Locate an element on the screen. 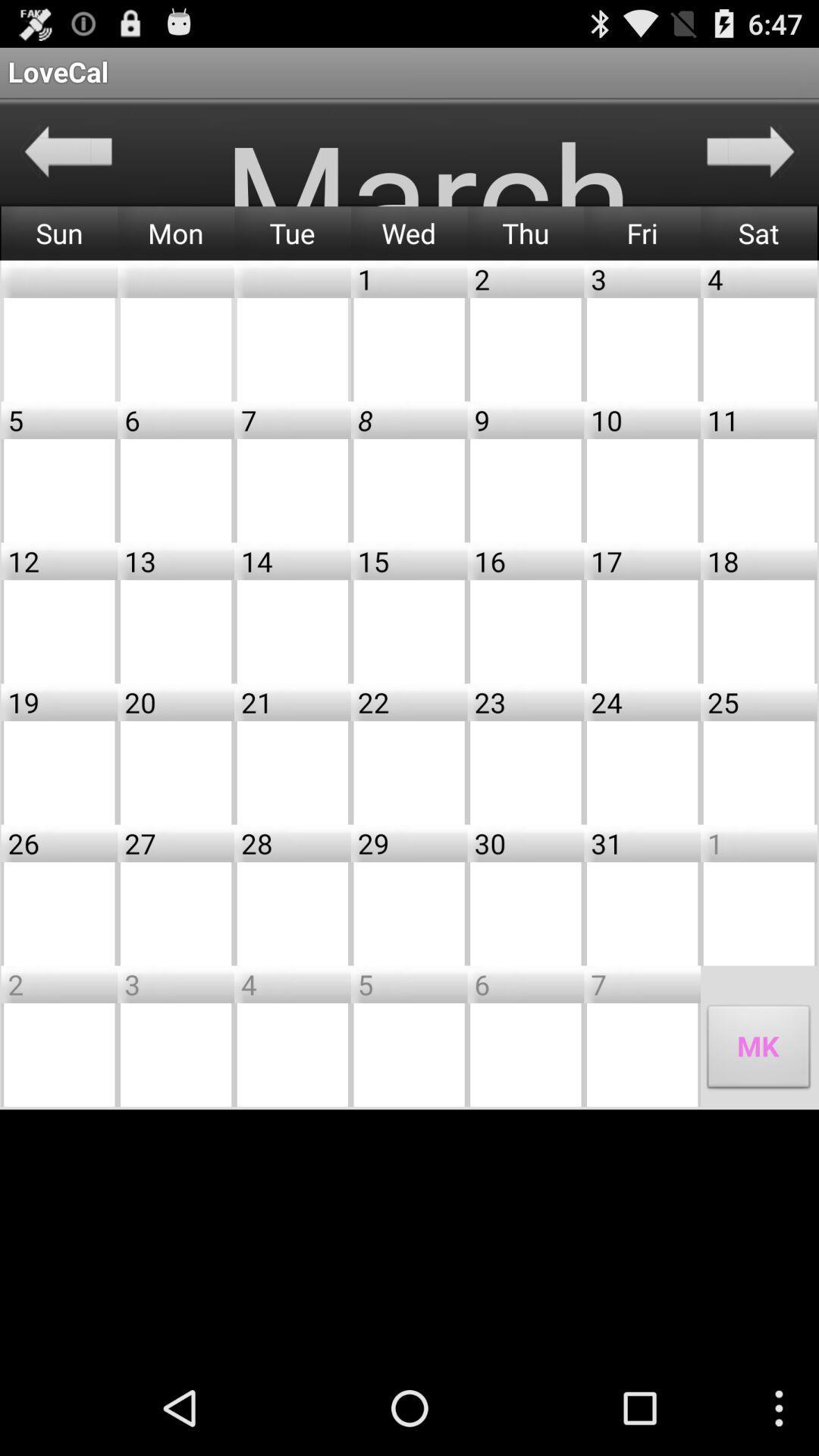 This screenshot has height=1456, width=819. the minus icon is located at coordinates (408, 826).